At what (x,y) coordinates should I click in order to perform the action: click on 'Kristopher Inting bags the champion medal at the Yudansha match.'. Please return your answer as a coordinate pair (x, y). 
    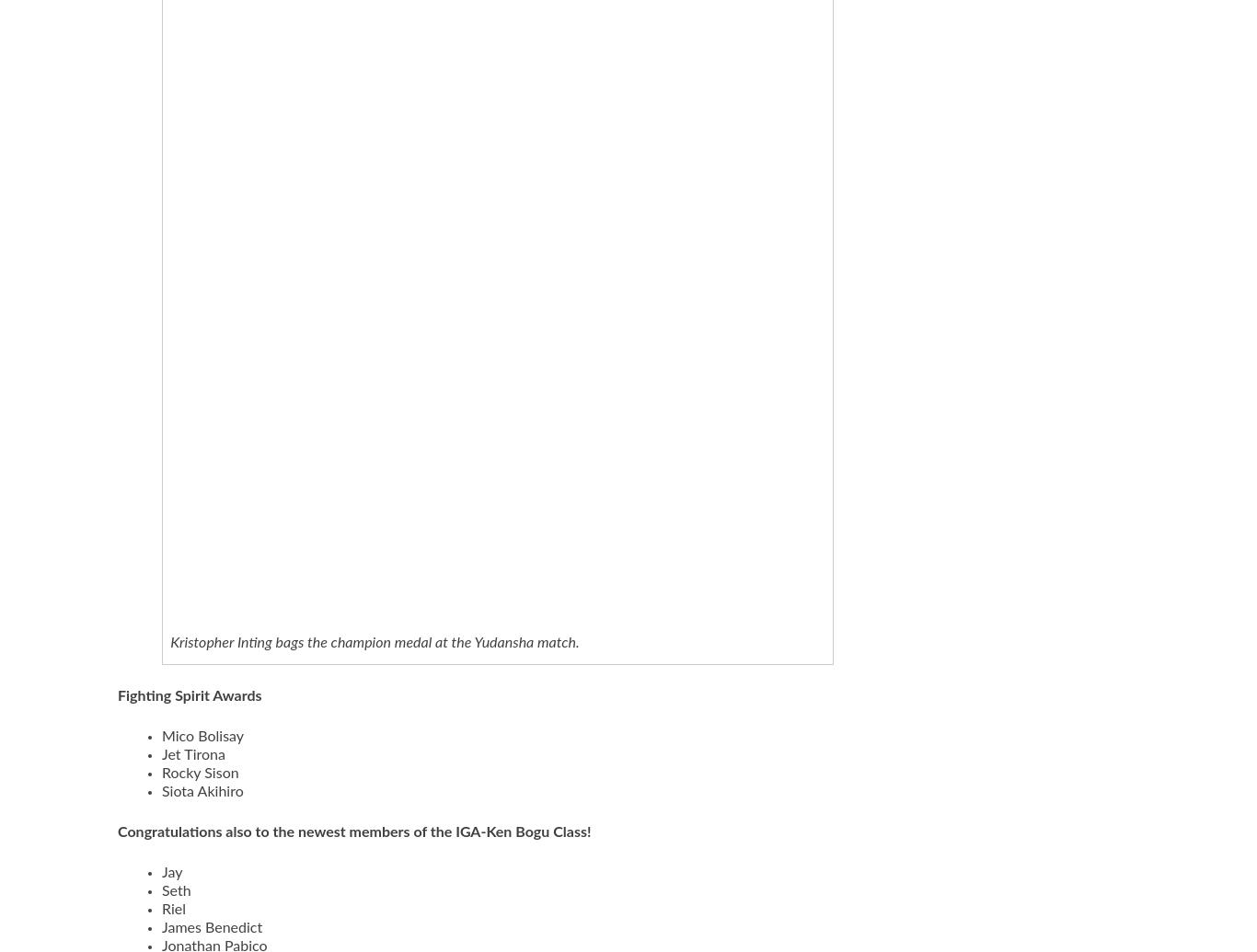
    Looking at the image, I should click on (374, 642).